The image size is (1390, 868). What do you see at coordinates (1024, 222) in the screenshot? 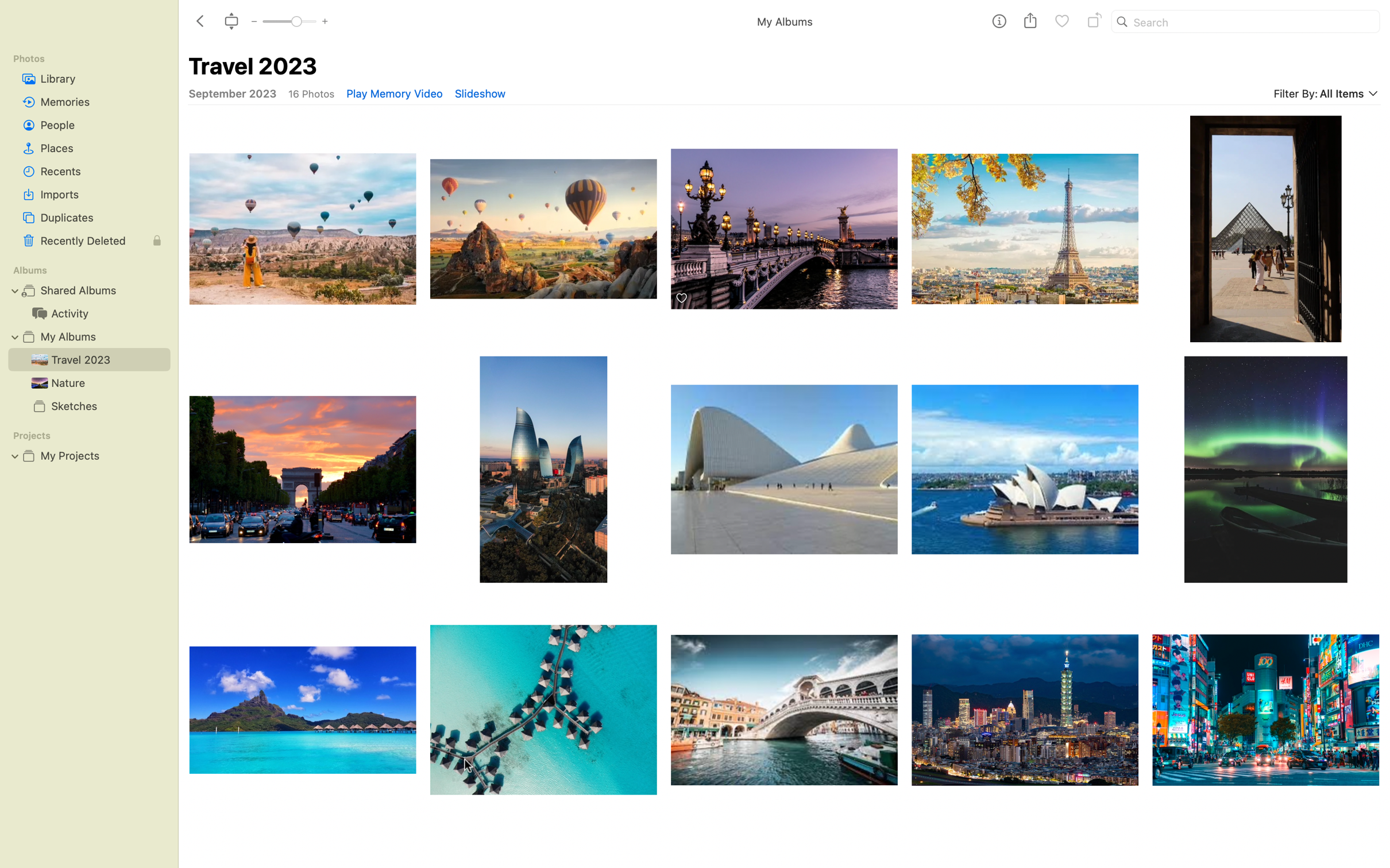
I see `Turn Louvre image three times` at bounding box center [1024, 222].